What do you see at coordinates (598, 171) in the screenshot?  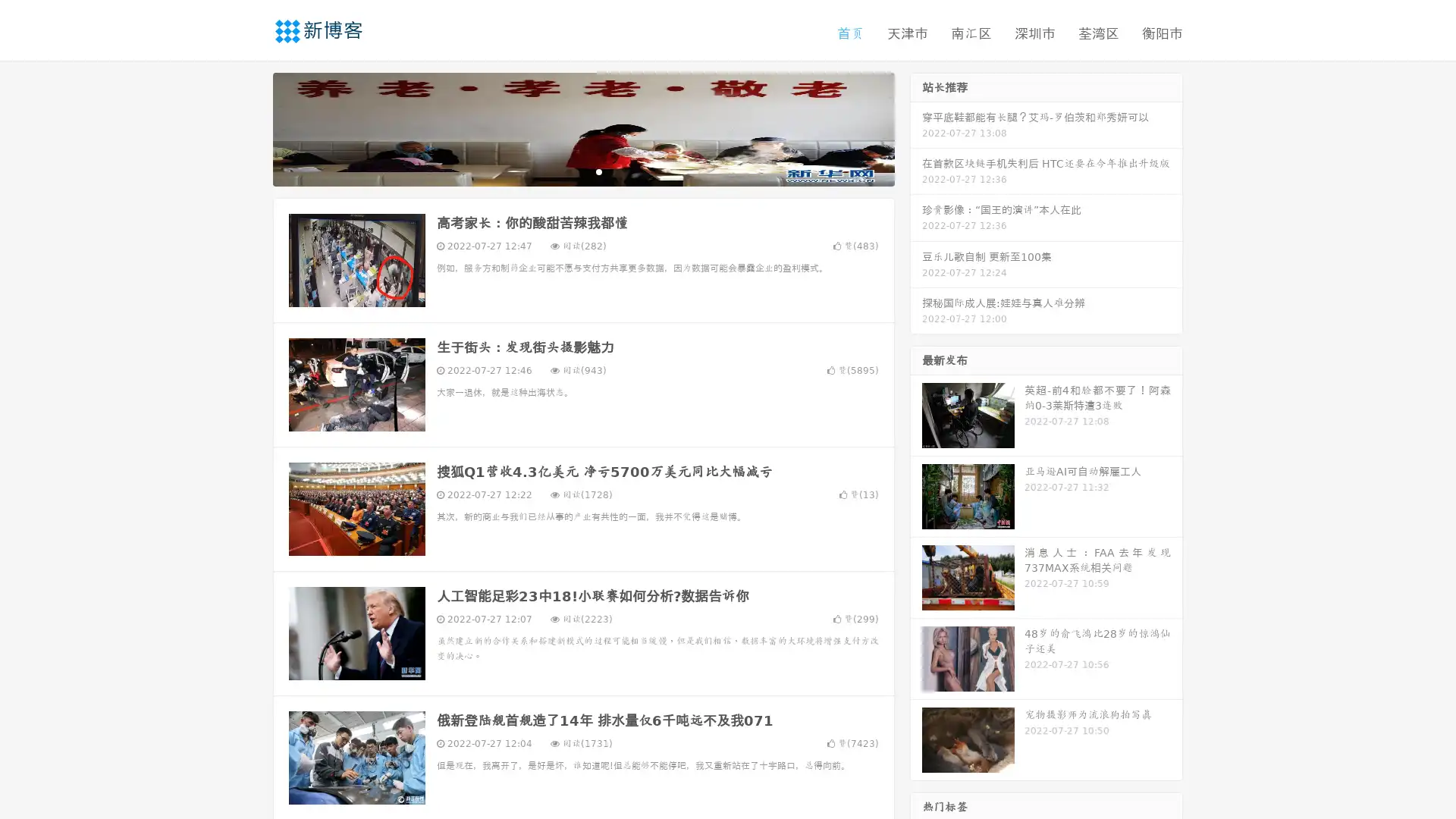 I see `Go to slide 3` at bounding box center [598, 171].